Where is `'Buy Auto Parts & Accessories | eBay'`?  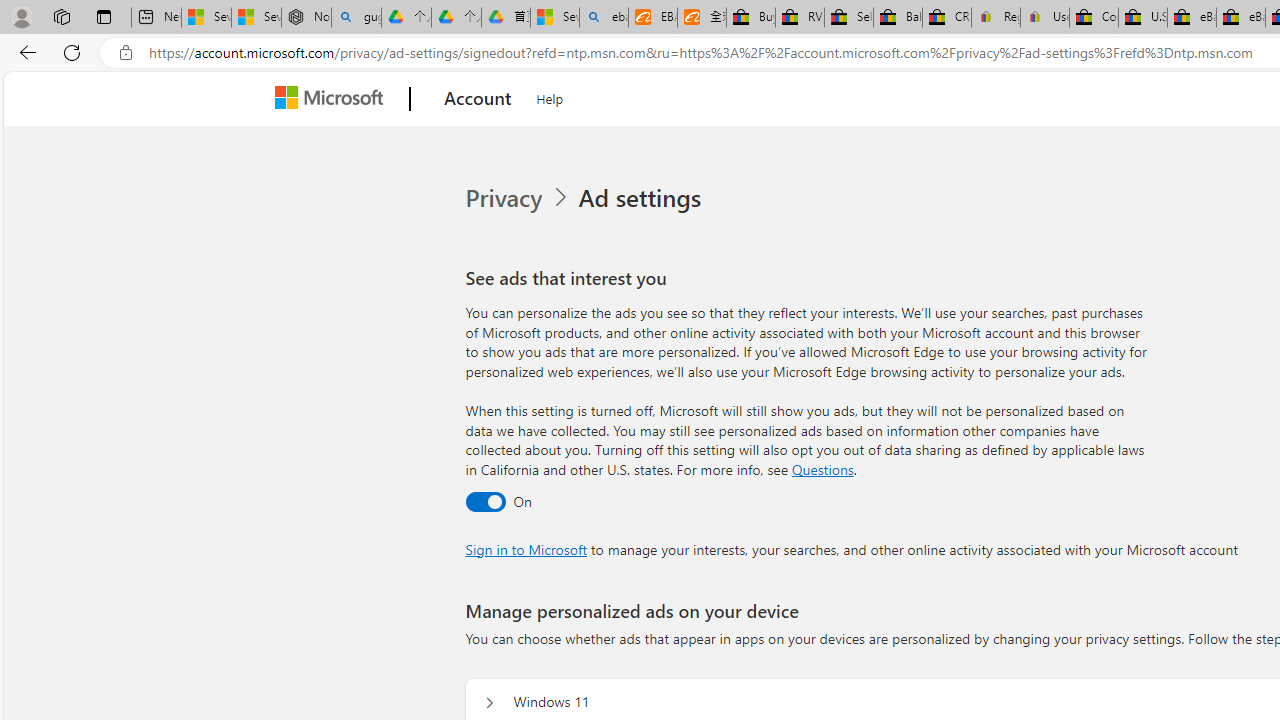
'Buy Auto Parts & Accessories | eBay' is located at coordinates (749, 17).